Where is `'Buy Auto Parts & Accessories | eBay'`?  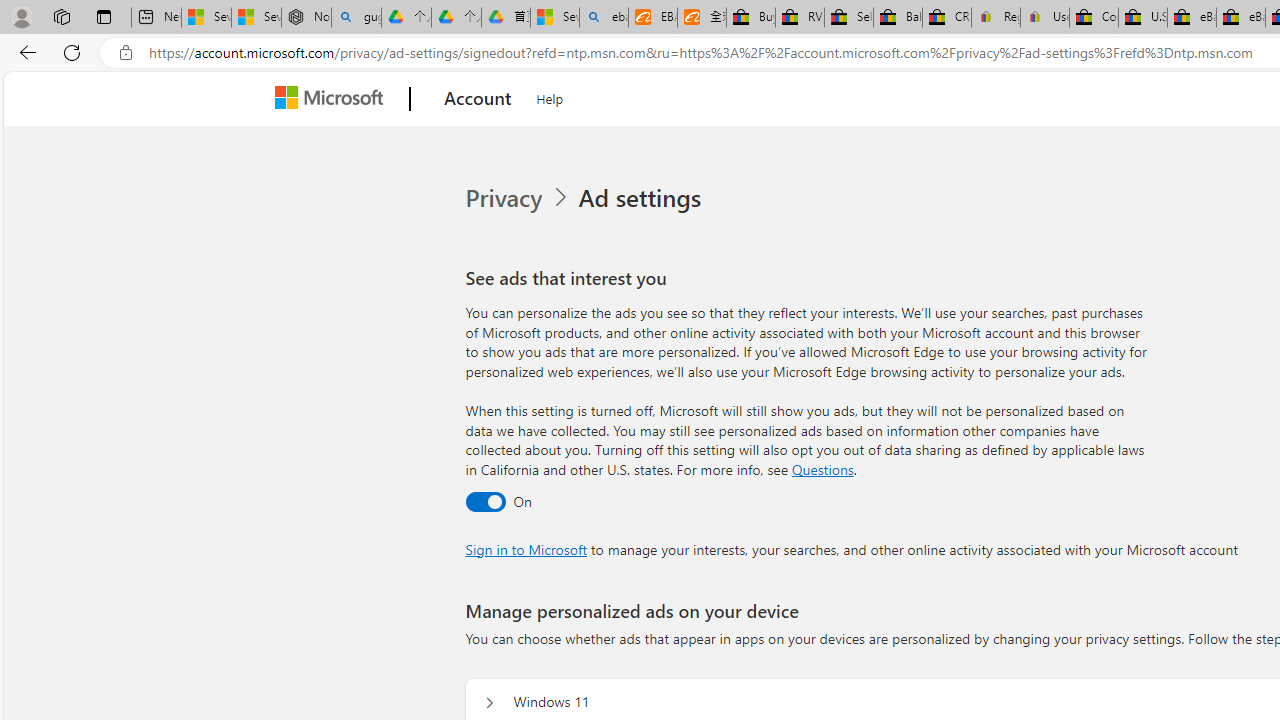
'Buy Auto Parts & Accessories | eBay' is located at coordinates (749, 17).